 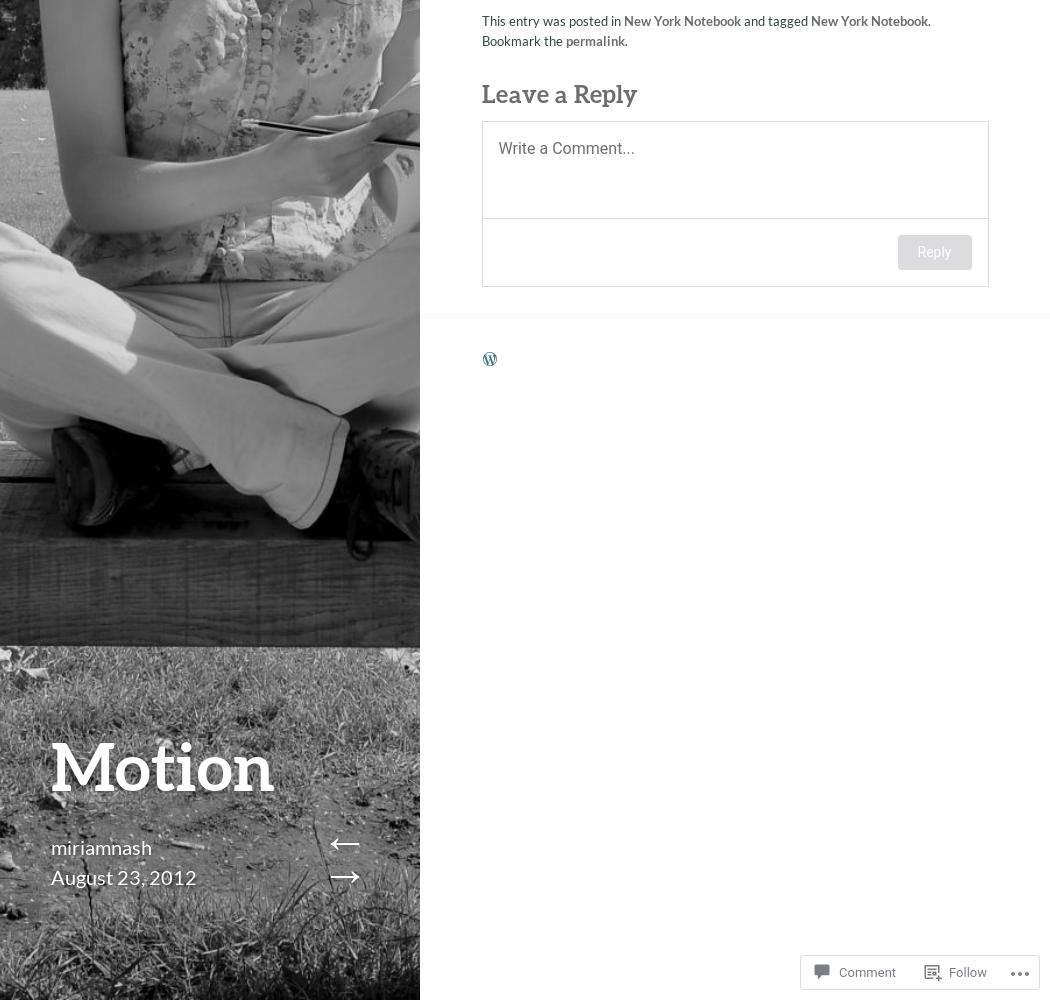 What do you see at coordinates (551, 16) in the screenshot?
I see `'This entry was posted in'` at bounding box center [551, 16].